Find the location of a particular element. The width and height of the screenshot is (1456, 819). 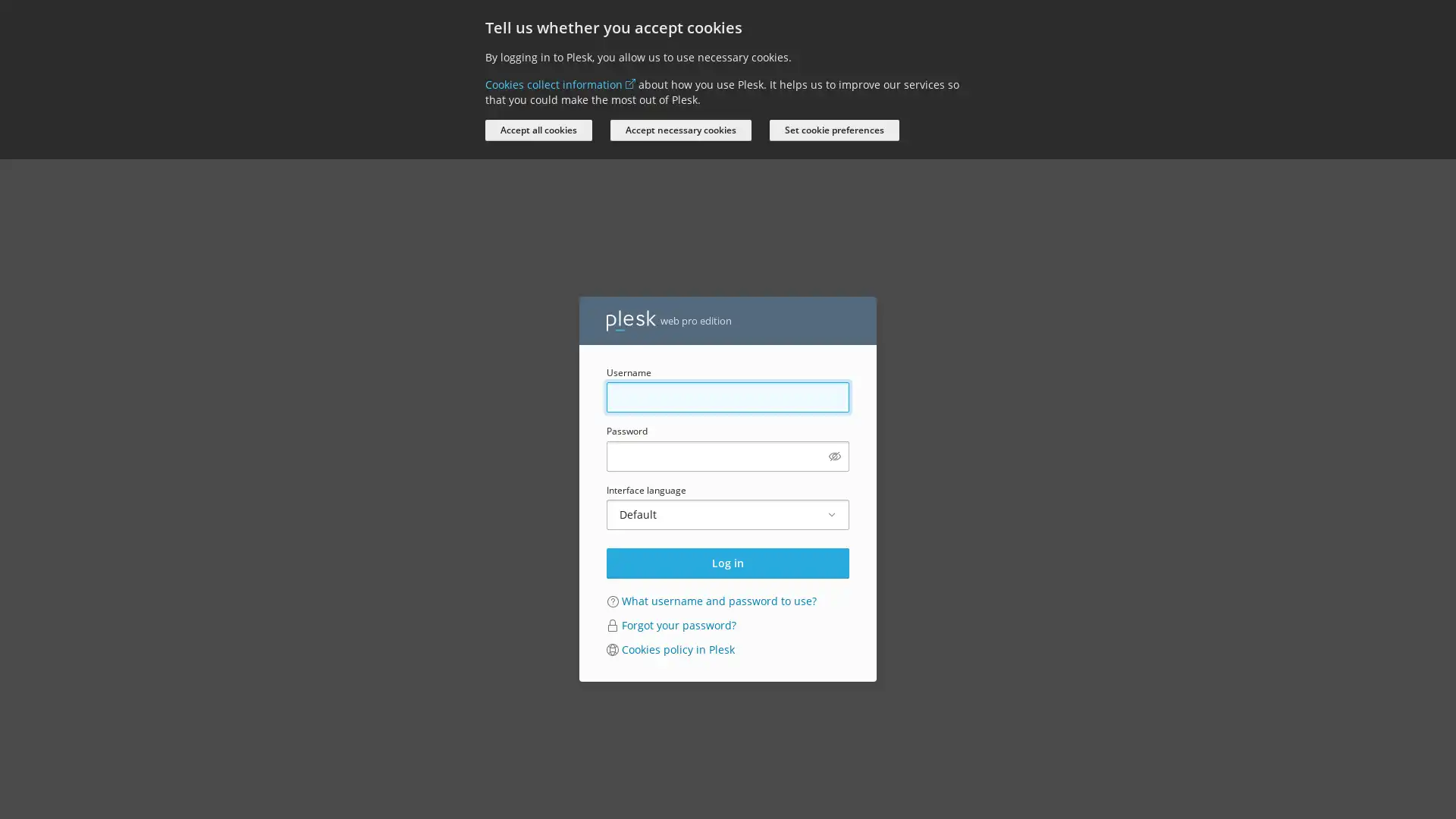

Set cookie preferences is located at coordinates (833, 130).